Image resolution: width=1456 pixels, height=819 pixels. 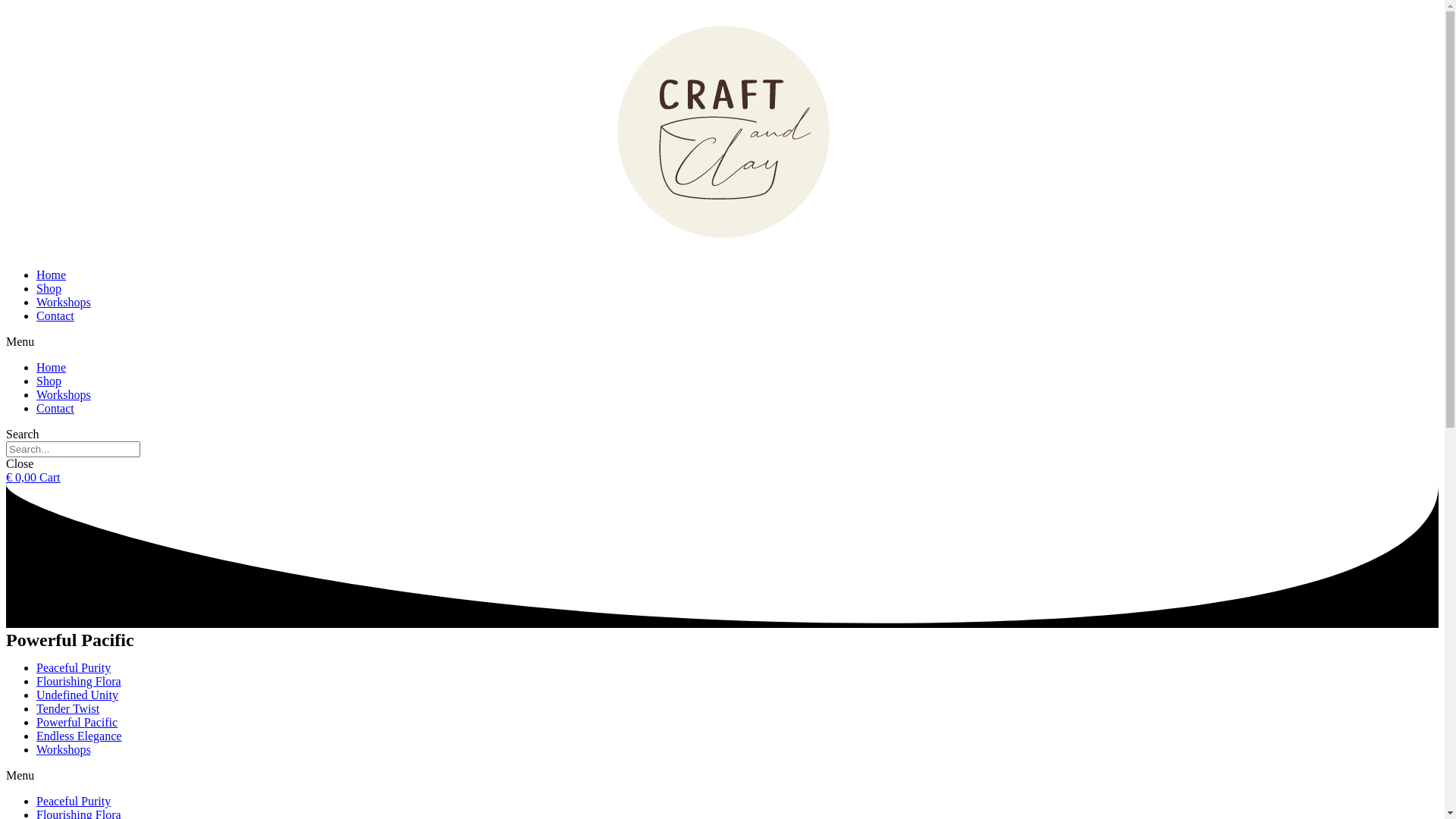 What do you see at coordinates (62, 302) in the screenshot?
I see `'Workshops'` at bounding box center [62, 302].